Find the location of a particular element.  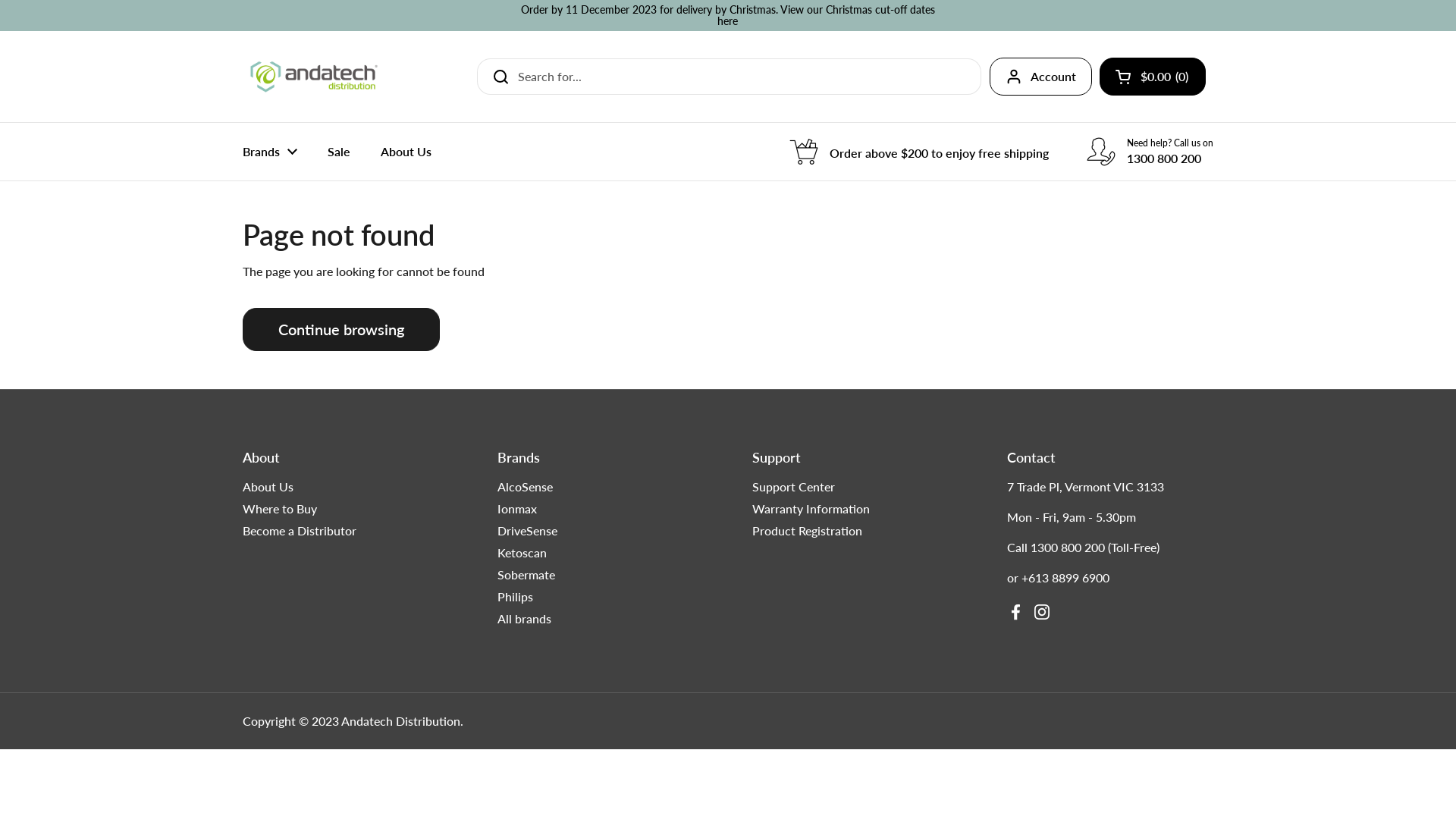

'Open cart is located at coordinates (1153, 76).